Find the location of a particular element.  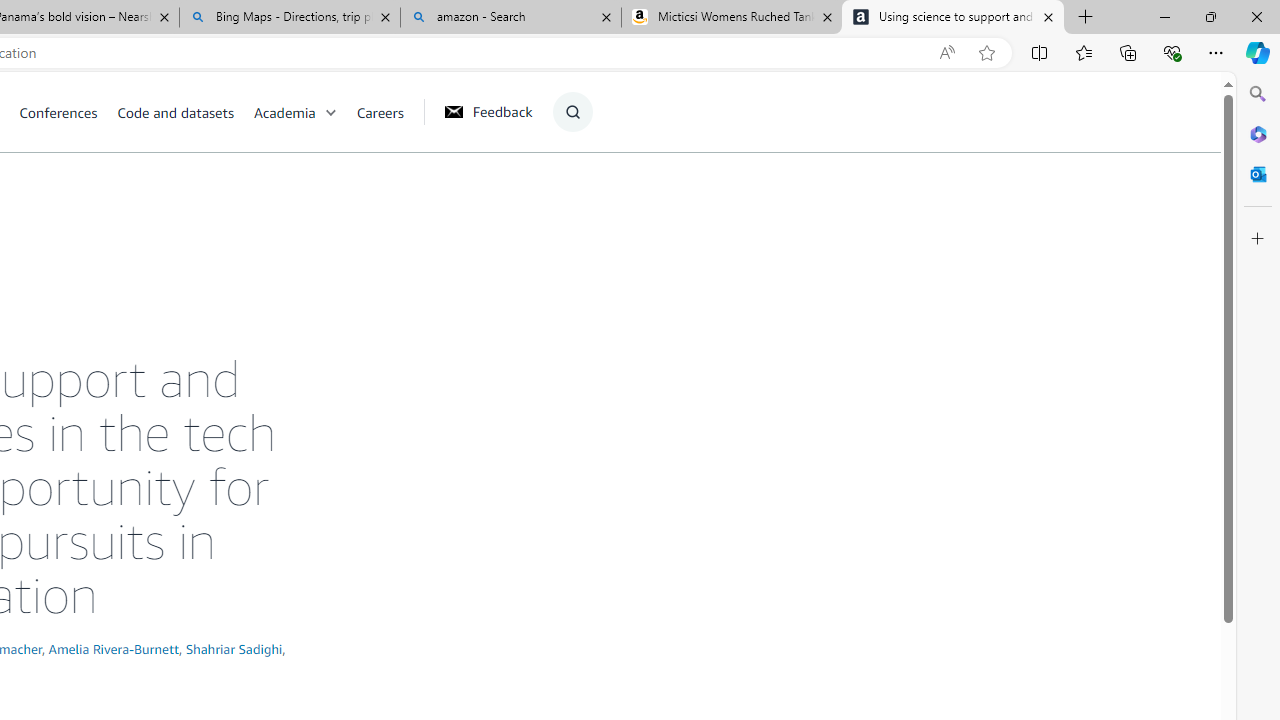

'Amelia Rivera-Burnett' is located at coordinates (112, 648).